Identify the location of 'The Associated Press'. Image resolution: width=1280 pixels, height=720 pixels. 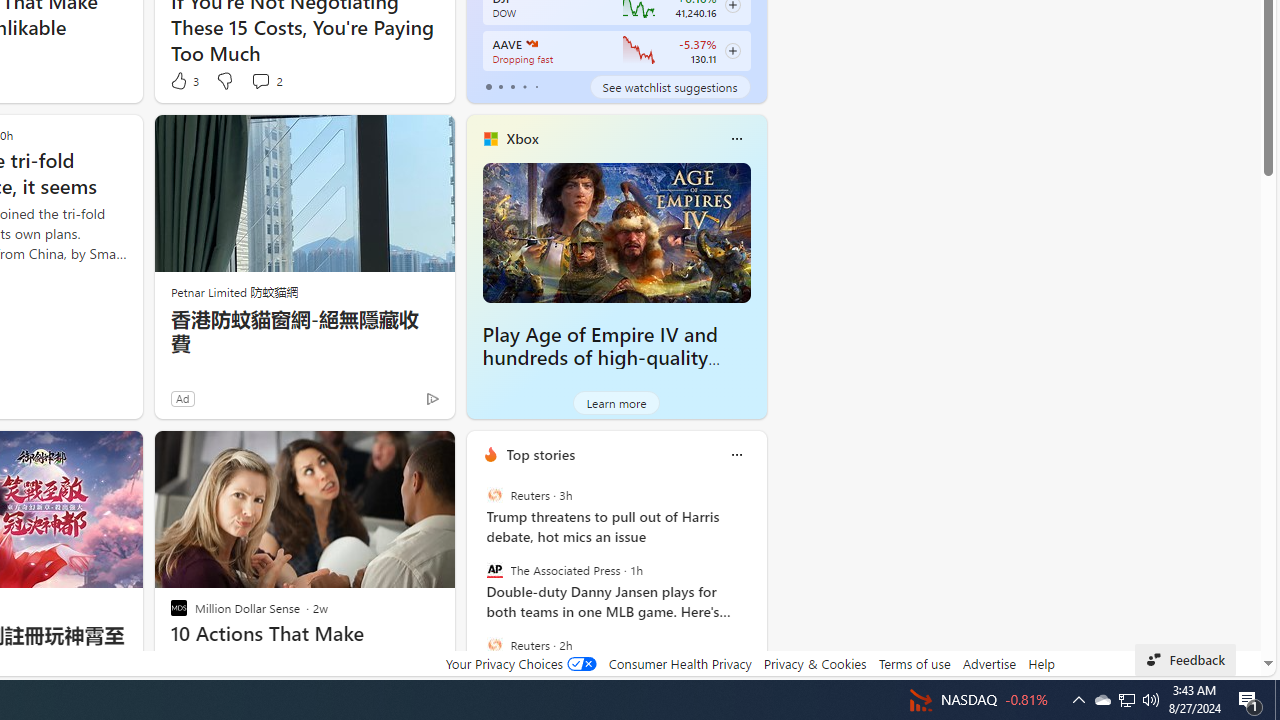
(494, 570).